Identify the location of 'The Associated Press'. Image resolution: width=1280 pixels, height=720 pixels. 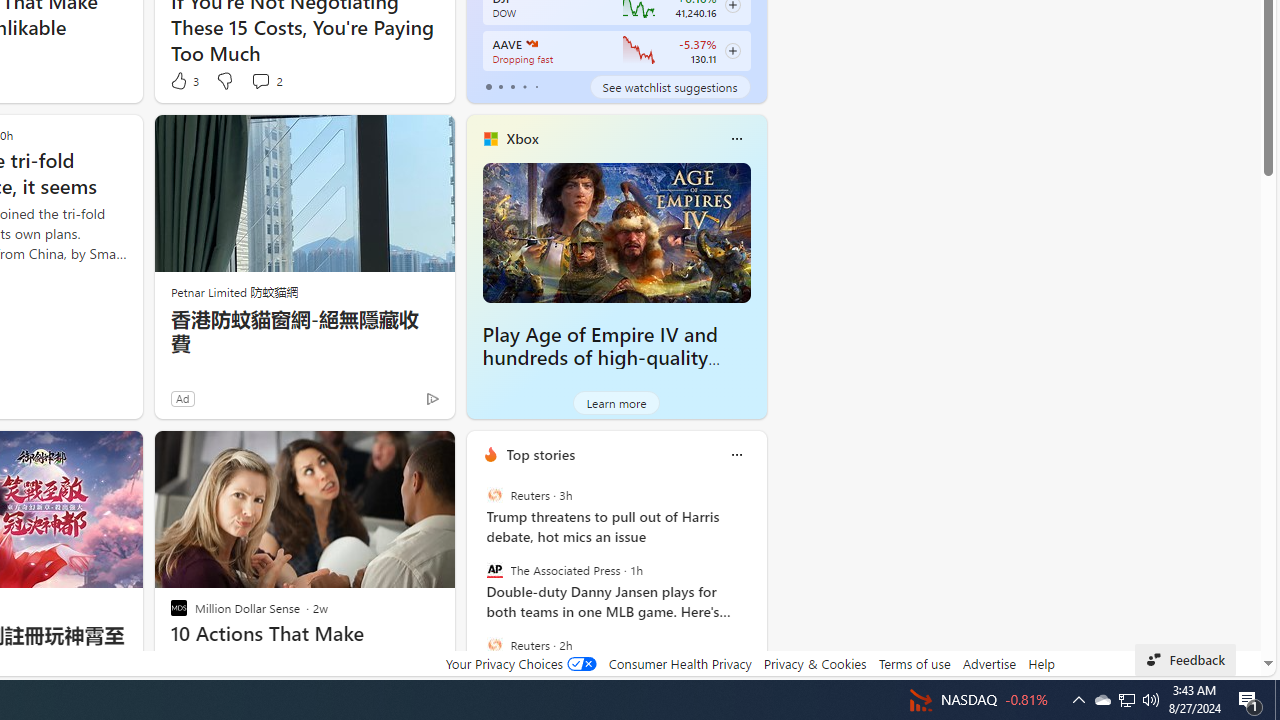
(494, 570).